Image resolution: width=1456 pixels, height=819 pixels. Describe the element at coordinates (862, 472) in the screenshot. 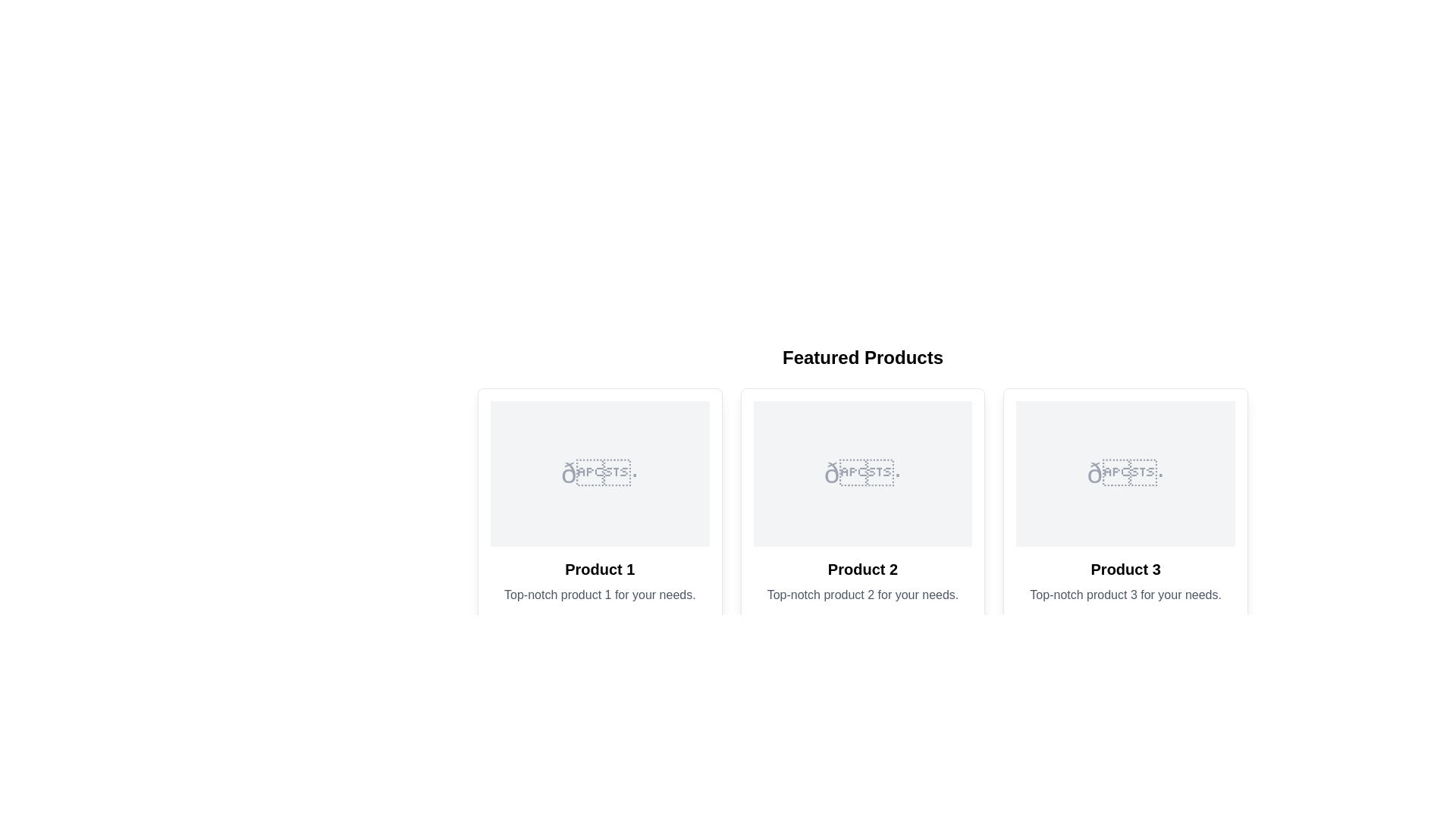

I see `the decorative Label or Icon associated with the second product in the grid under 'Featured Products'` at that location.